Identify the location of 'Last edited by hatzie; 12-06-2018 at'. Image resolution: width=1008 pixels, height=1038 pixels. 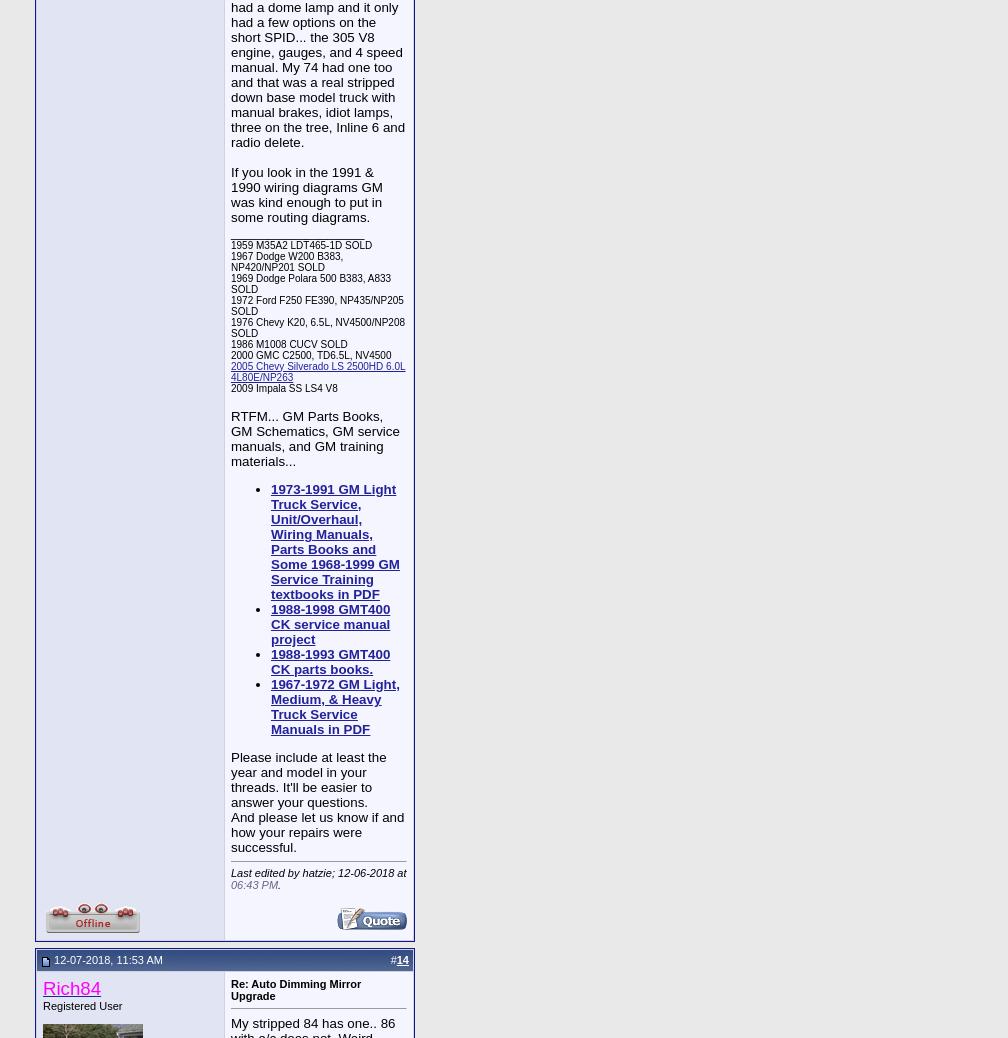
(318, 872).